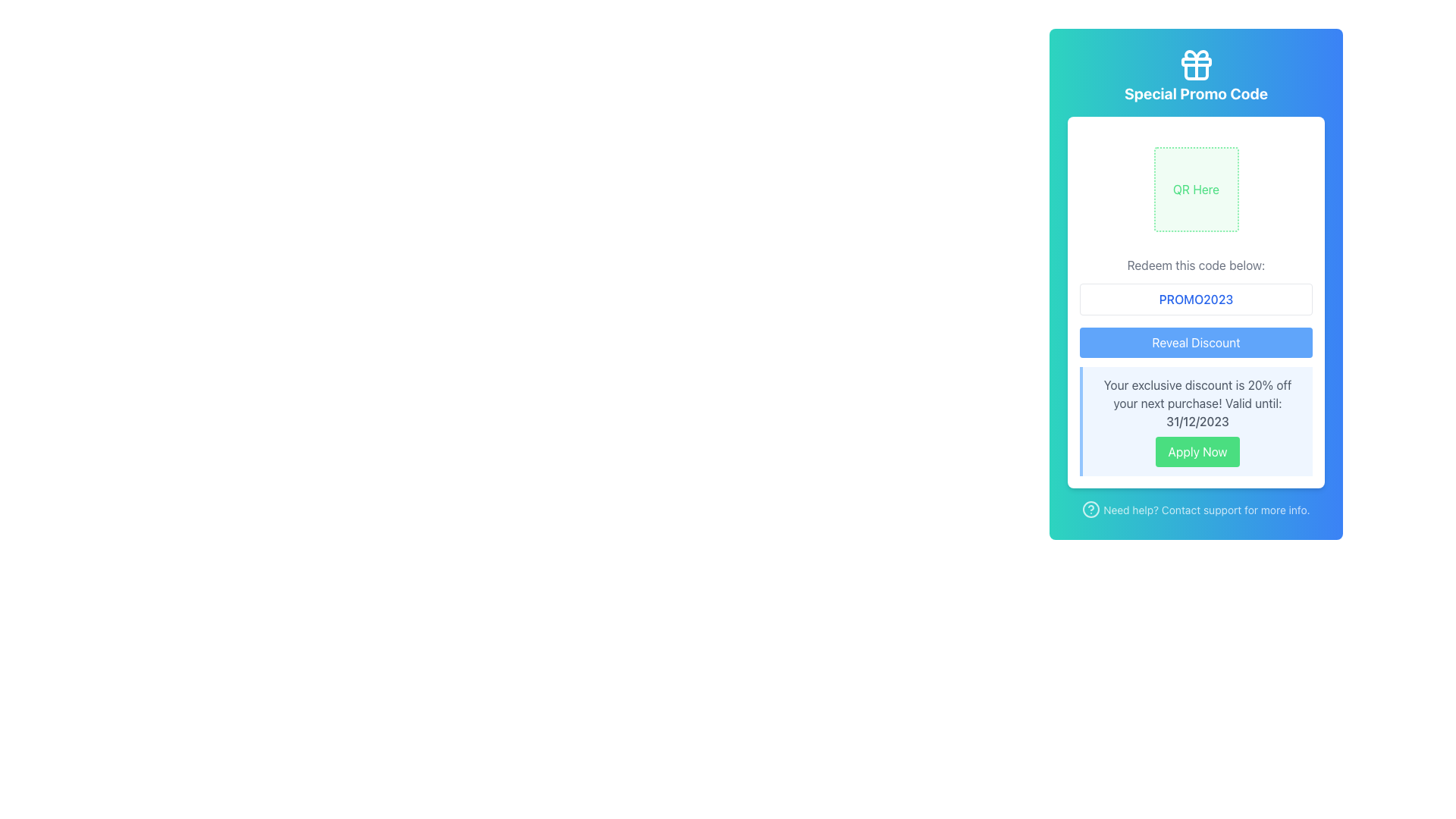 This screenshot has height=819, width=1456. Describe the element at coordinates (1195, 421) in the screenshot. I see `the actionable button within the Promotional Message Box which has a light blue background and is located directly above the 'Apply Now' button` at that location.